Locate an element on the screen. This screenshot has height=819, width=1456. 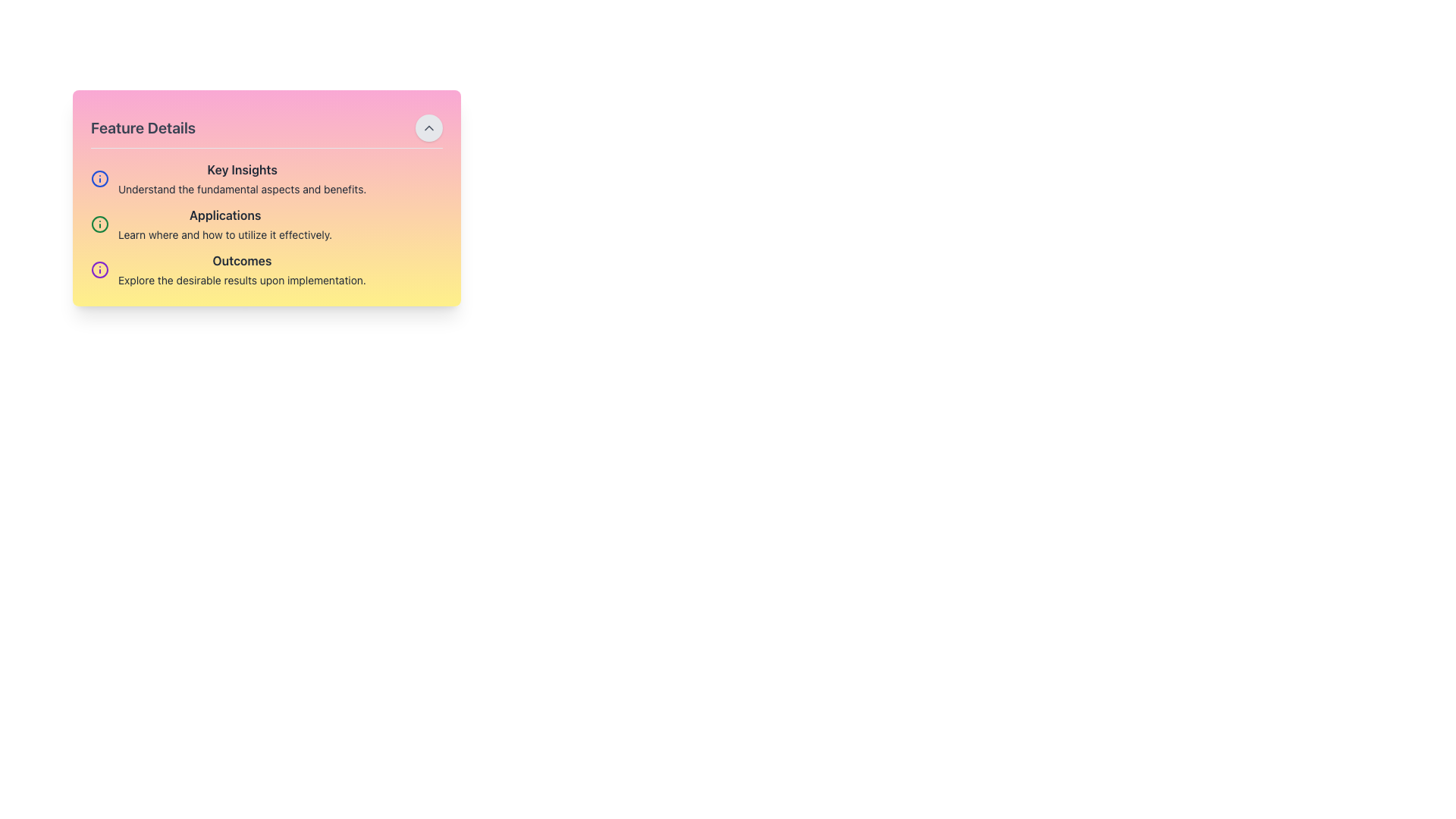
the Text content area with descriptive and heading text located in the 'Feature Details' section, which is the first item in a vertically-aligned list structure is located at coordinates (241, 177).